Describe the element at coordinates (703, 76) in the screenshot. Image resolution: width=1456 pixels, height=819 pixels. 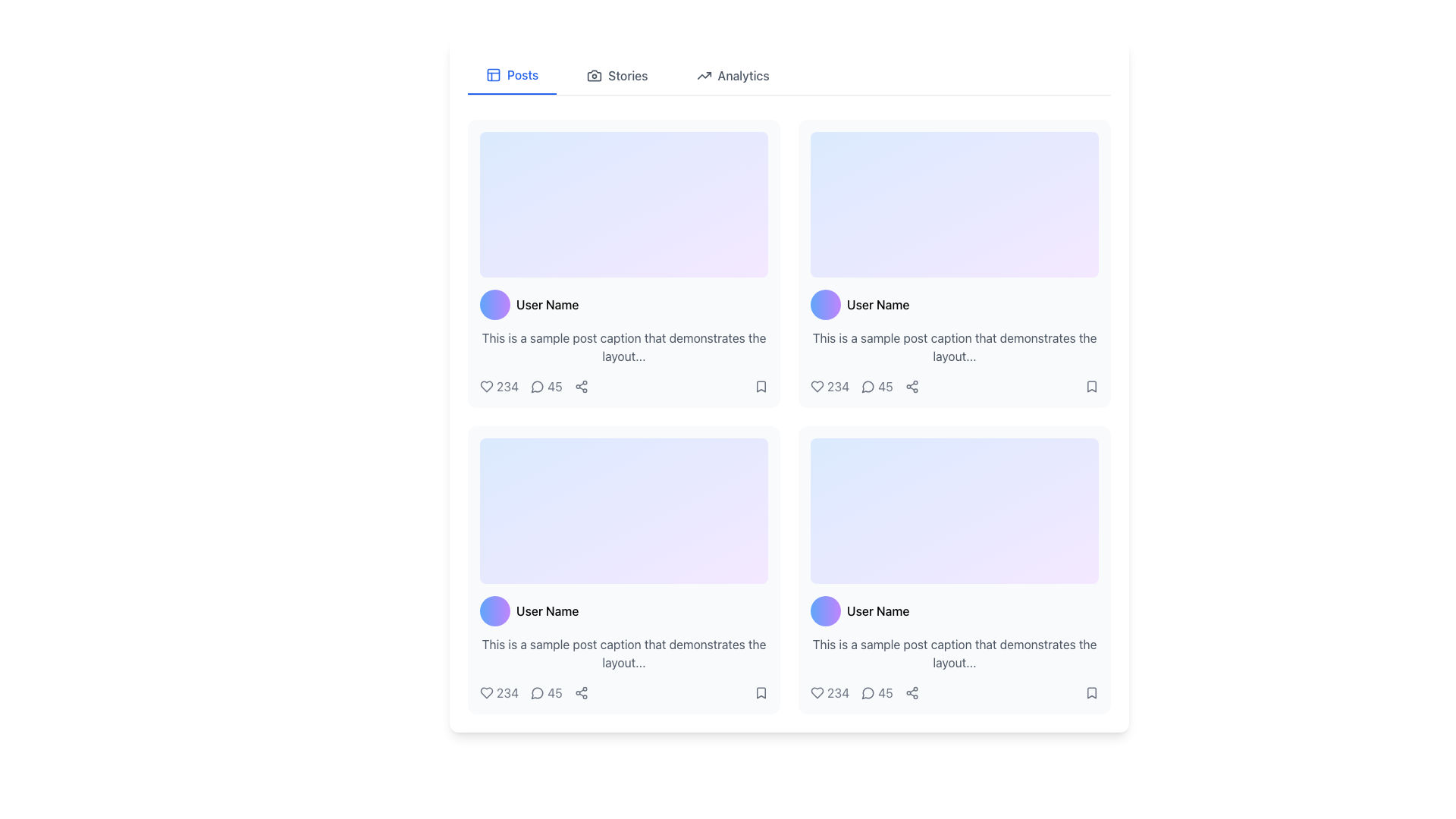
I see `the 'Analytics' icon in the navigation bar, which serves as a visual identifier for the Analytics section` at that location.